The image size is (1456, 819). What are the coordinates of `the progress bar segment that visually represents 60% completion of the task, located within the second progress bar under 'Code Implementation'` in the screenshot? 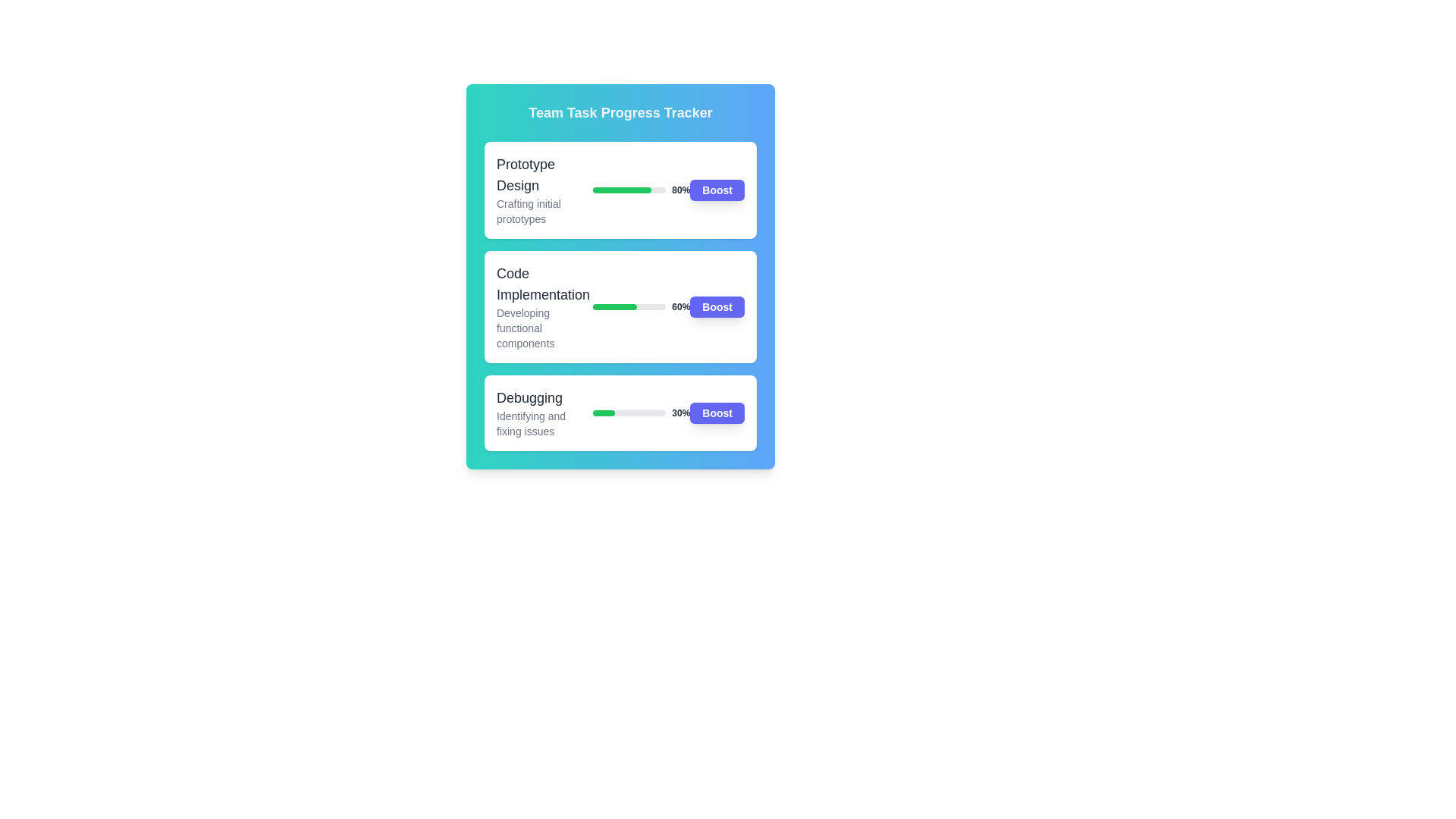 It's located at (615, 307).